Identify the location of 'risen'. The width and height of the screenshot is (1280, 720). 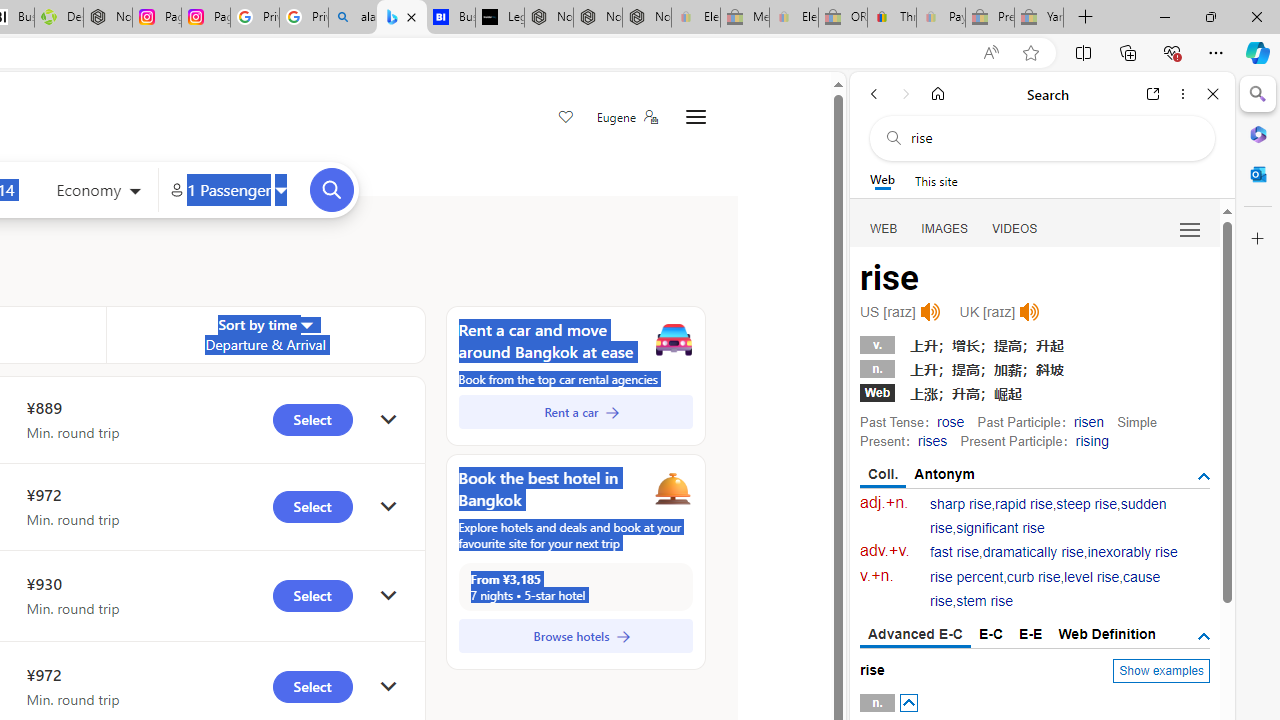
(1087, 420).